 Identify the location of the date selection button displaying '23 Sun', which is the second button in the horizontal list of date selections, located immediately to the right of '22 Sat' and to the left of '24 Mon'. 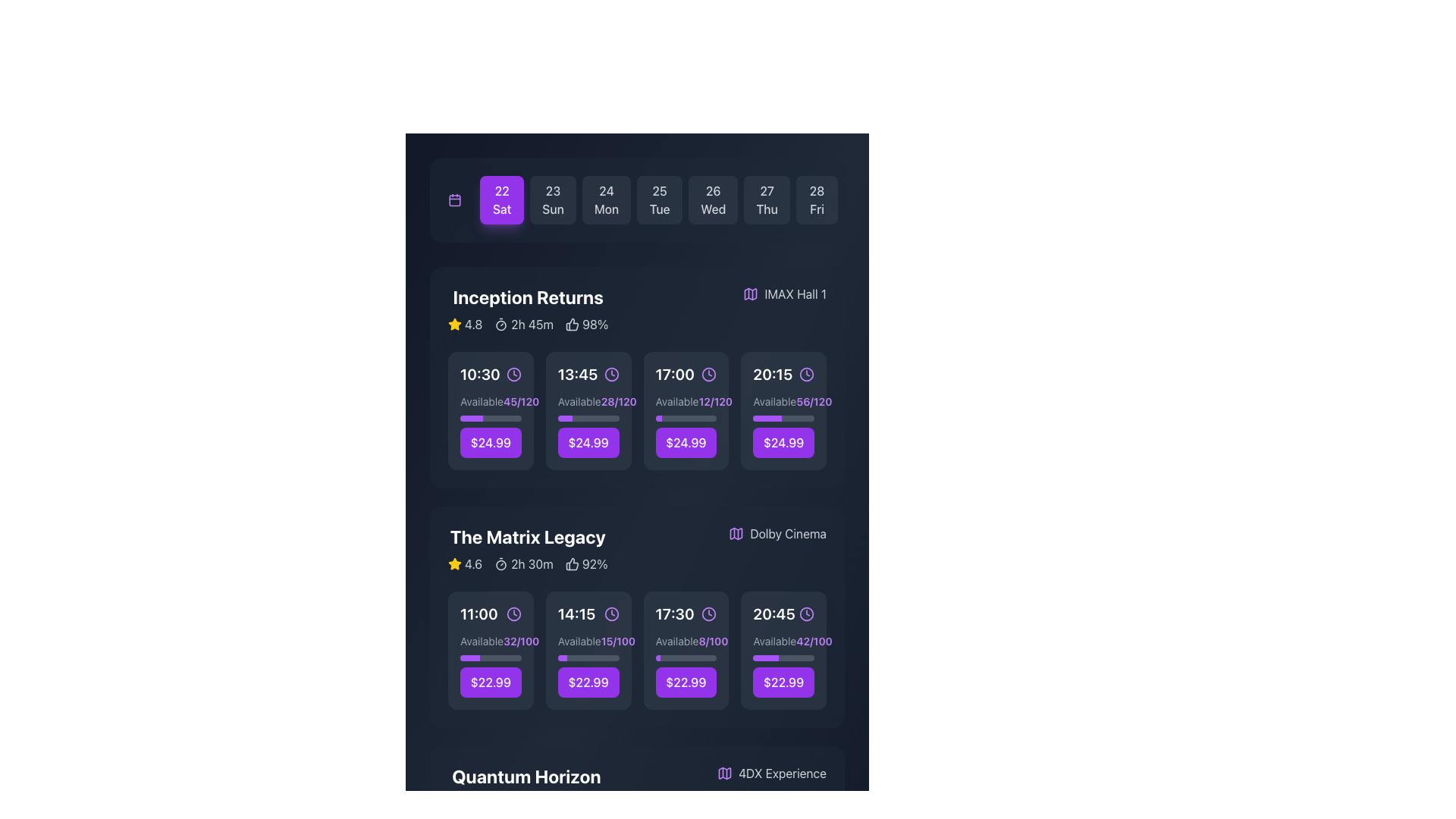
(552, 199).